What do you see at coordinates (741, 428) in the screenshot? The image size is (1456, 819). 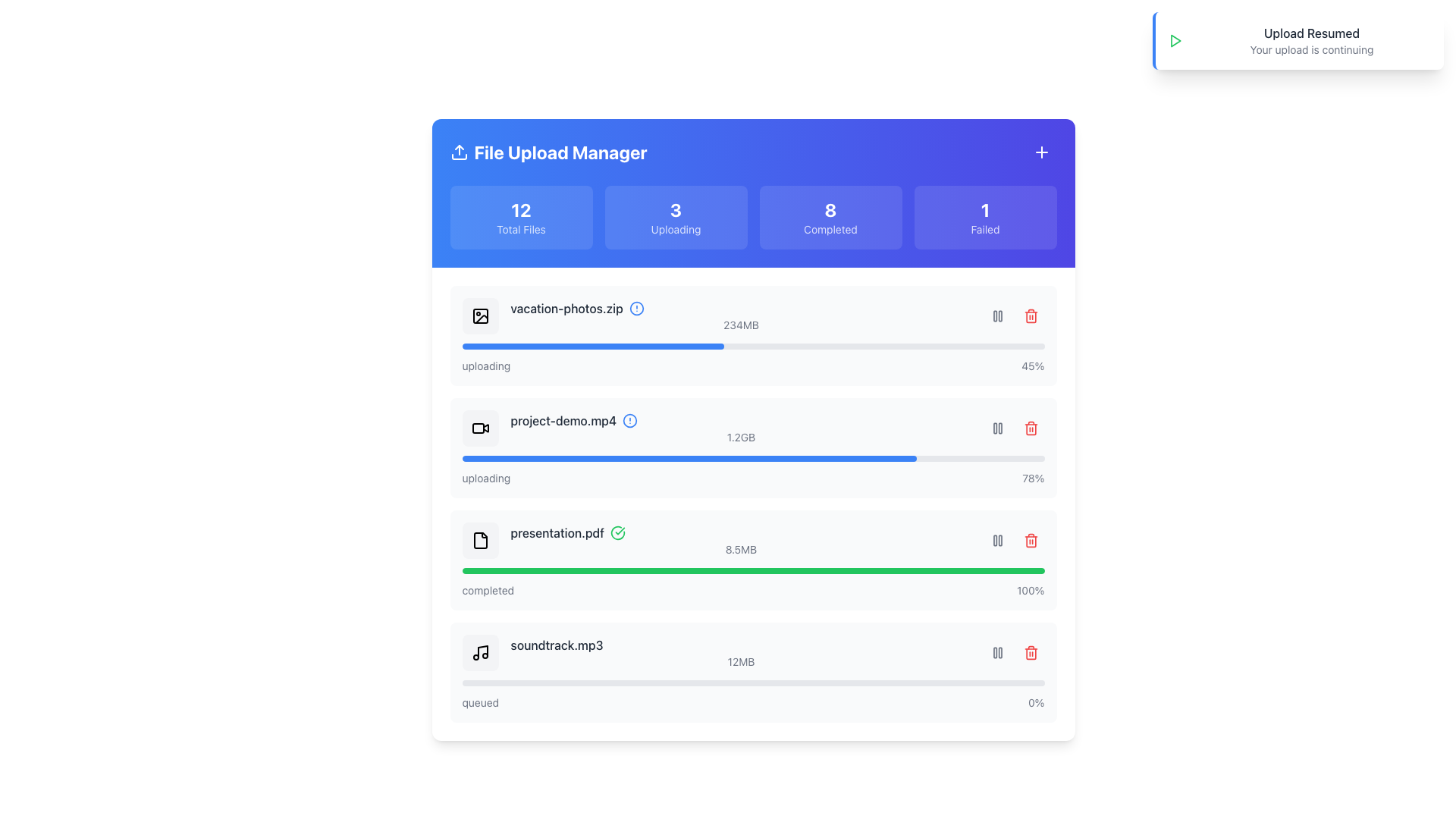 I see `the list item entry displaying the file upload details for 'project-demo.mp4'` at bounding box center [741, 428].